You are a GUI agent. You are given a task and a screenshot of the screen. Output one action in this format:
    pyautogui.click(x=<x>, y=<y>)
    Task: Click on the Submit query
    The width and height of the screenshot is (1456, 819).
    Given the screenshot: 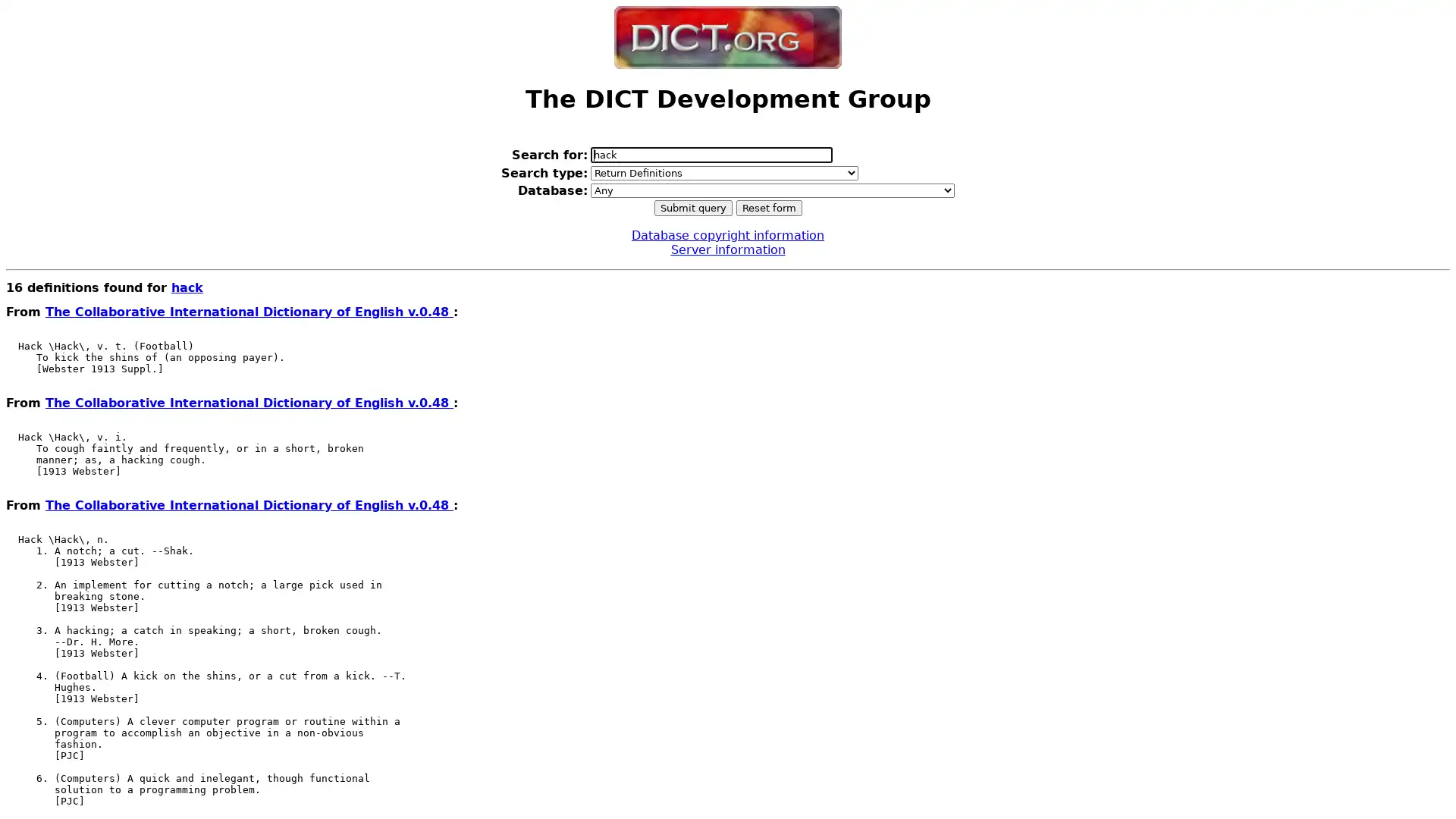 What is the action you would take?
    pyautogui.click(x=692, y=207)
    